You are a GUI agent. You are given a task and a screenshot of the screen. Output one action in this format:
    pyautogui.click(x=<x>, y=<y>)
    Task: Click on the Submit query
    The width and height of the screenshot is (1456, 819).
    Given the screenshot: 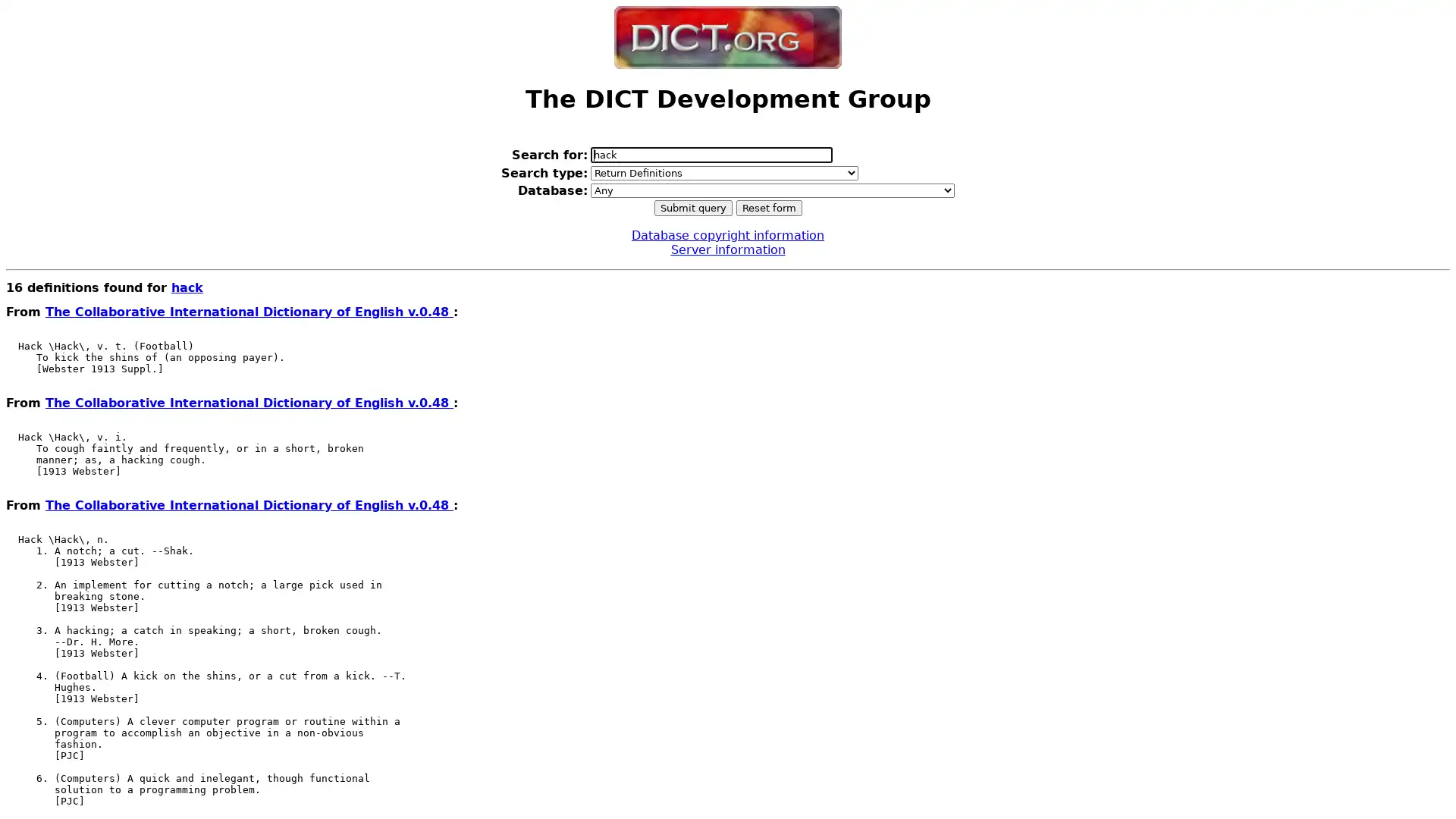 What is the action you would take?
    pyautogui.click(x=692, y=207)
    